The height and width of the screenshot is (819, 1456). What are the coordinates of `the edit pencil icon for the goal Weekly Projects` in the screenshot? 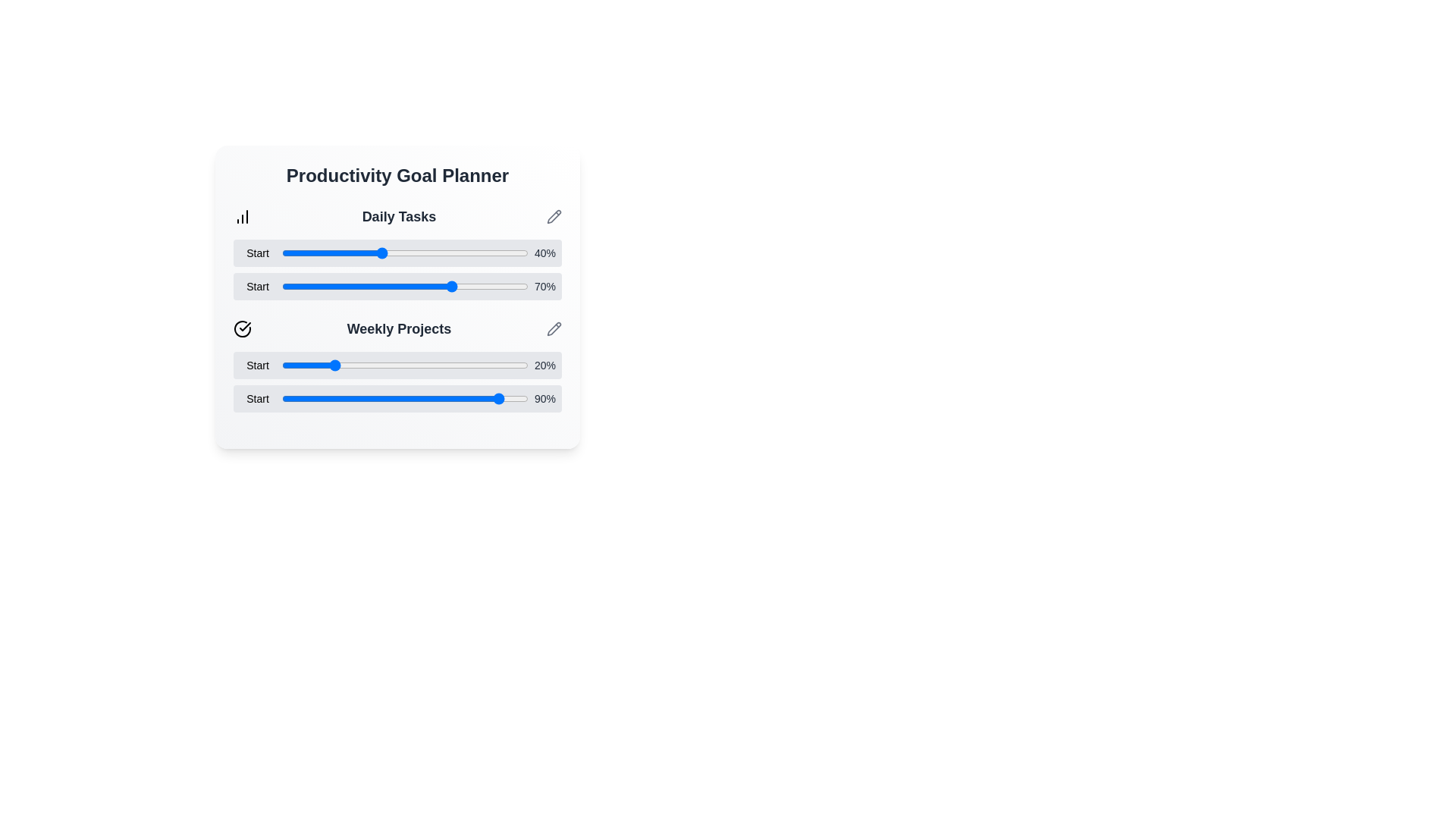 It's located at (553, 328).